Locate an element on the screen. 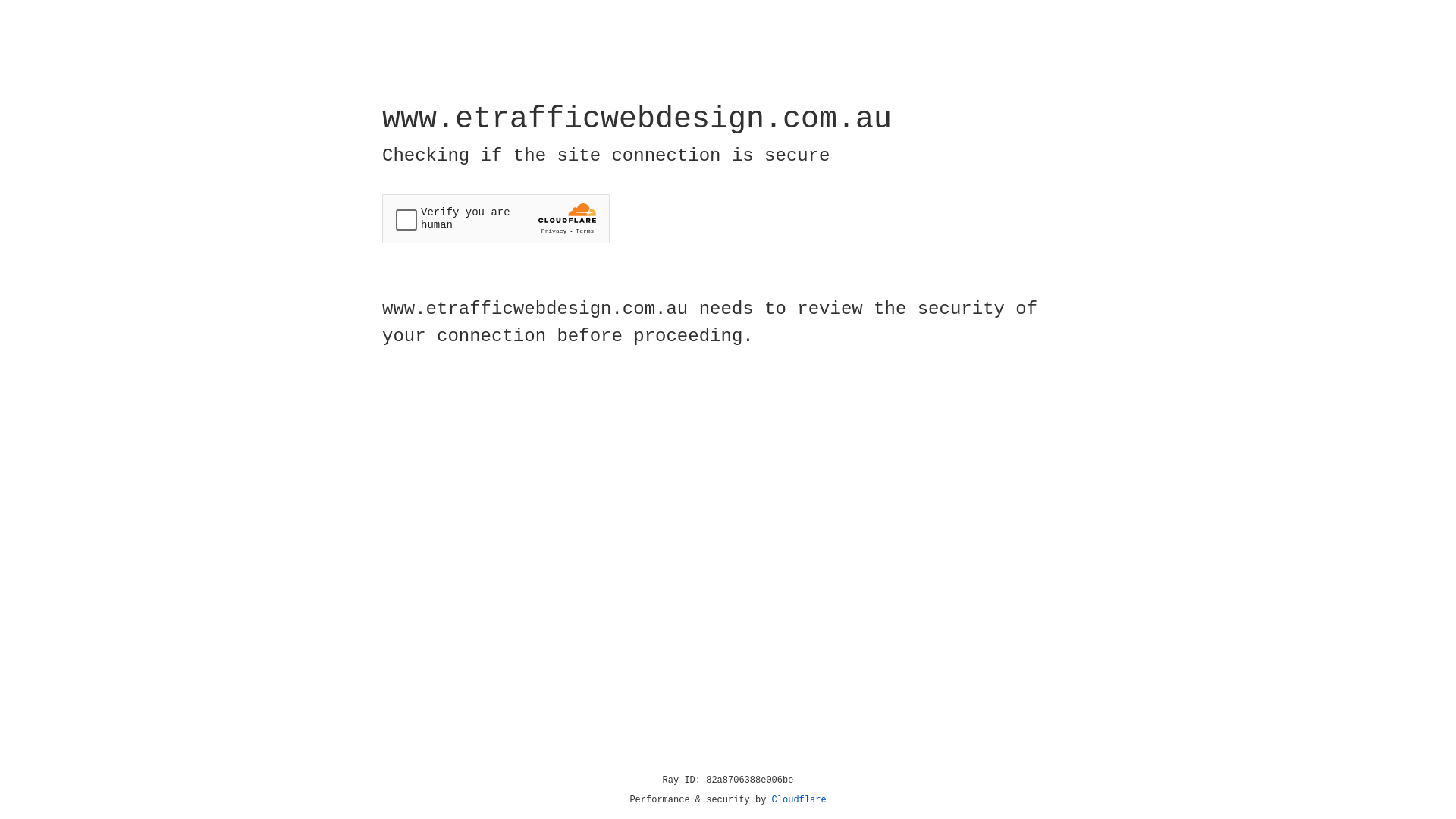 The width and height of the screenshot is (1456, 819). 'Cloudflare' is located at coordinates (799, 799).